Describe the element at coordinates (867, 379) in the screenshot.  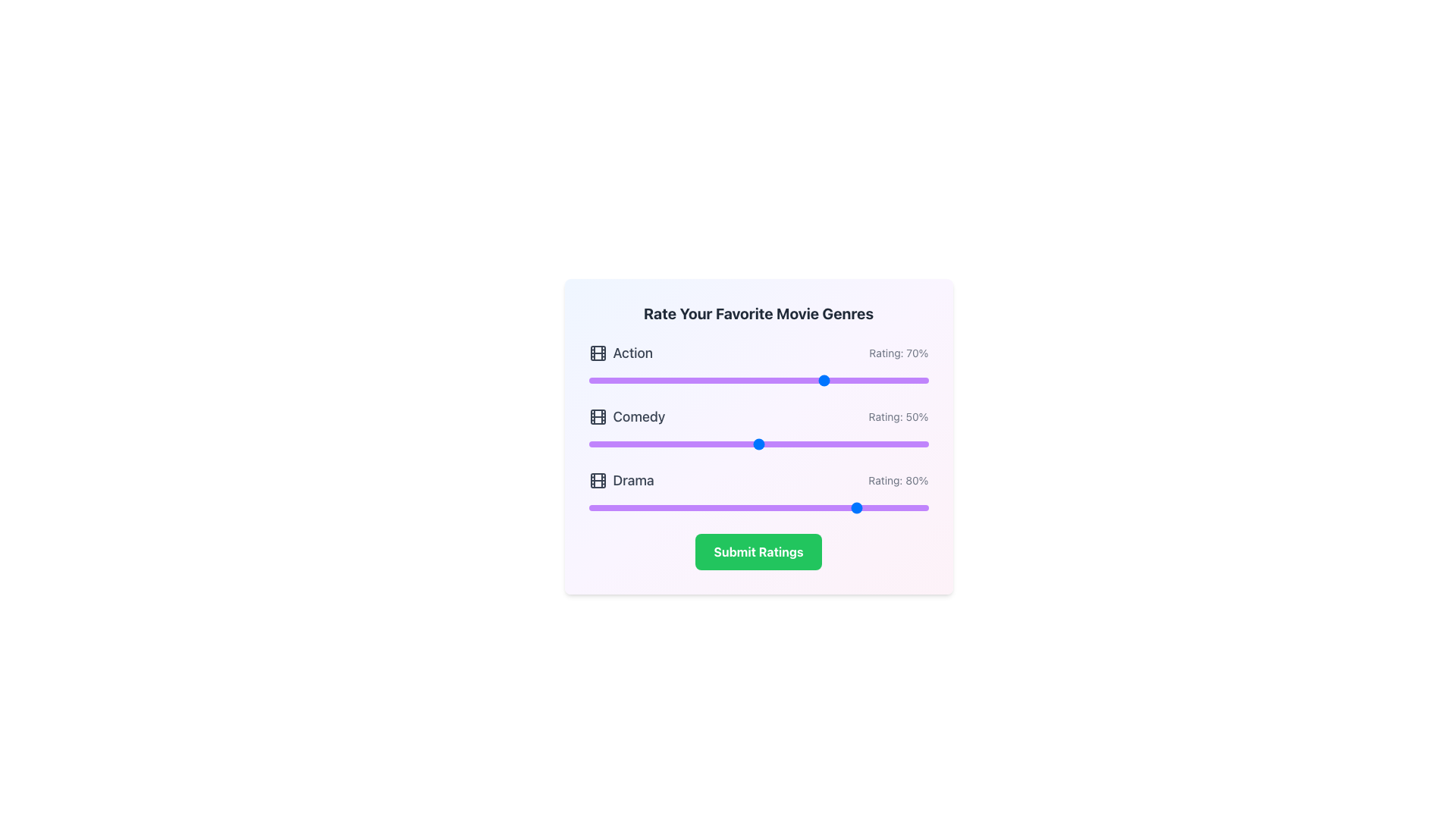
I see `the 'Action' movie genre rating` at that location.